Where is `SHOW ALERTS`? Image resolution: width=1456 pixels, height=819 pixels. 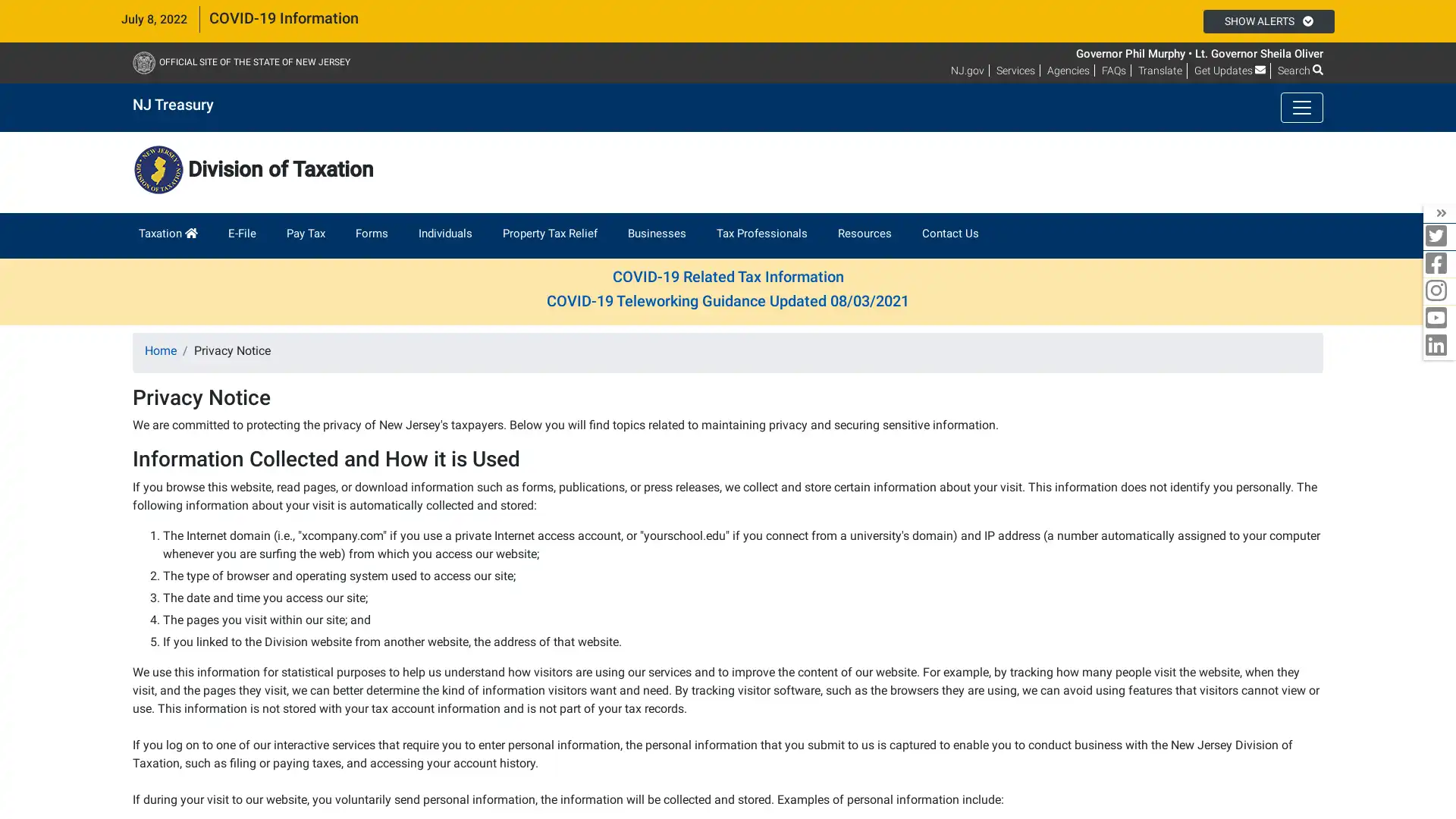 SHOW ALERTS is located at coordinates (1268, 20).